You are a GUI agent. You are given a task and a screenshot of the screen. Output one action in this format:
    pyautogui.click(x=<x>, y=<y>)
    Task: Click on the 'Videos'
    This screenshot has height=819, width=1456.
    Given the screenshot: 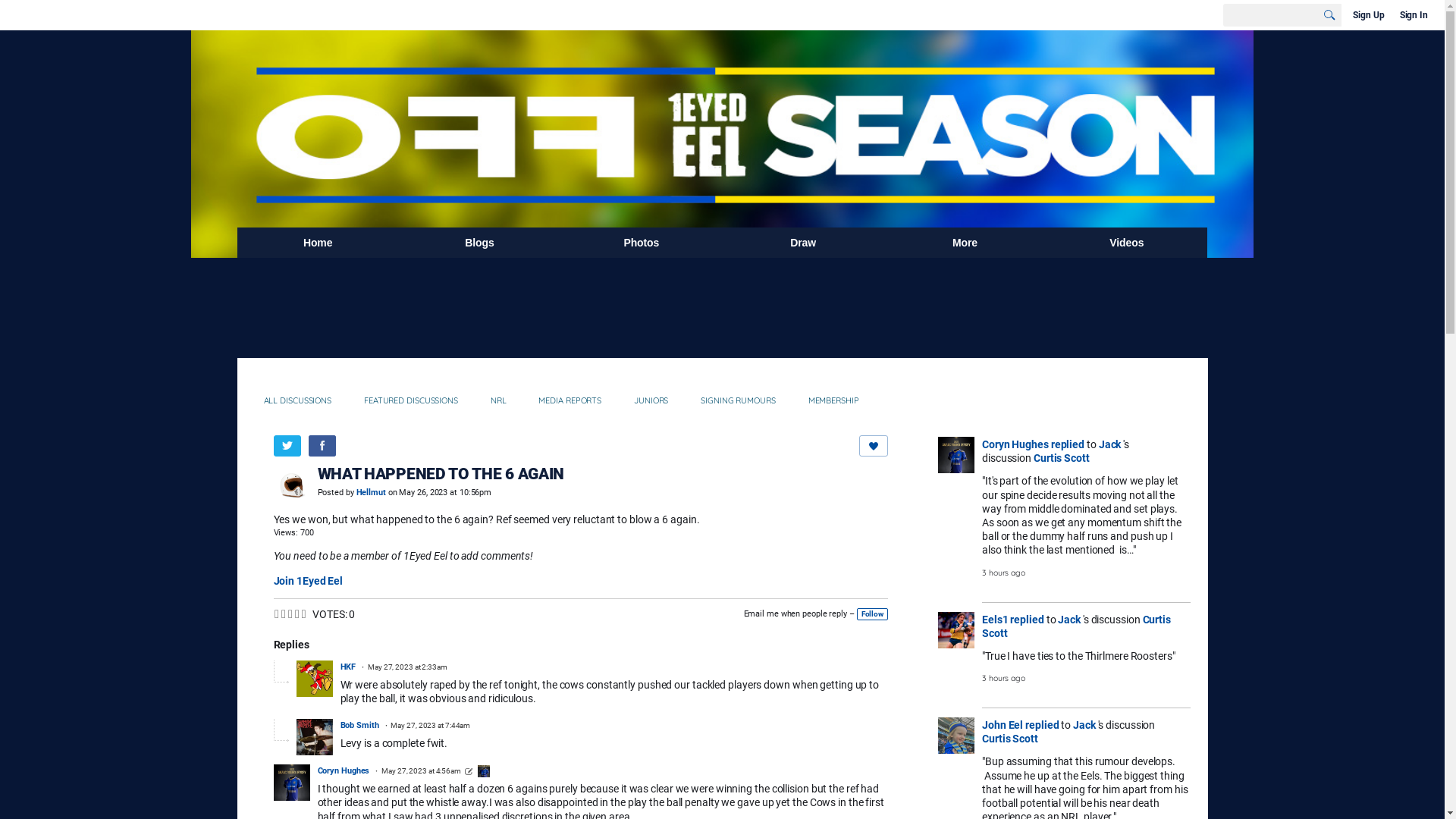 What is the action you would take?
    pyautogui.click(x=1126, y=242)
    